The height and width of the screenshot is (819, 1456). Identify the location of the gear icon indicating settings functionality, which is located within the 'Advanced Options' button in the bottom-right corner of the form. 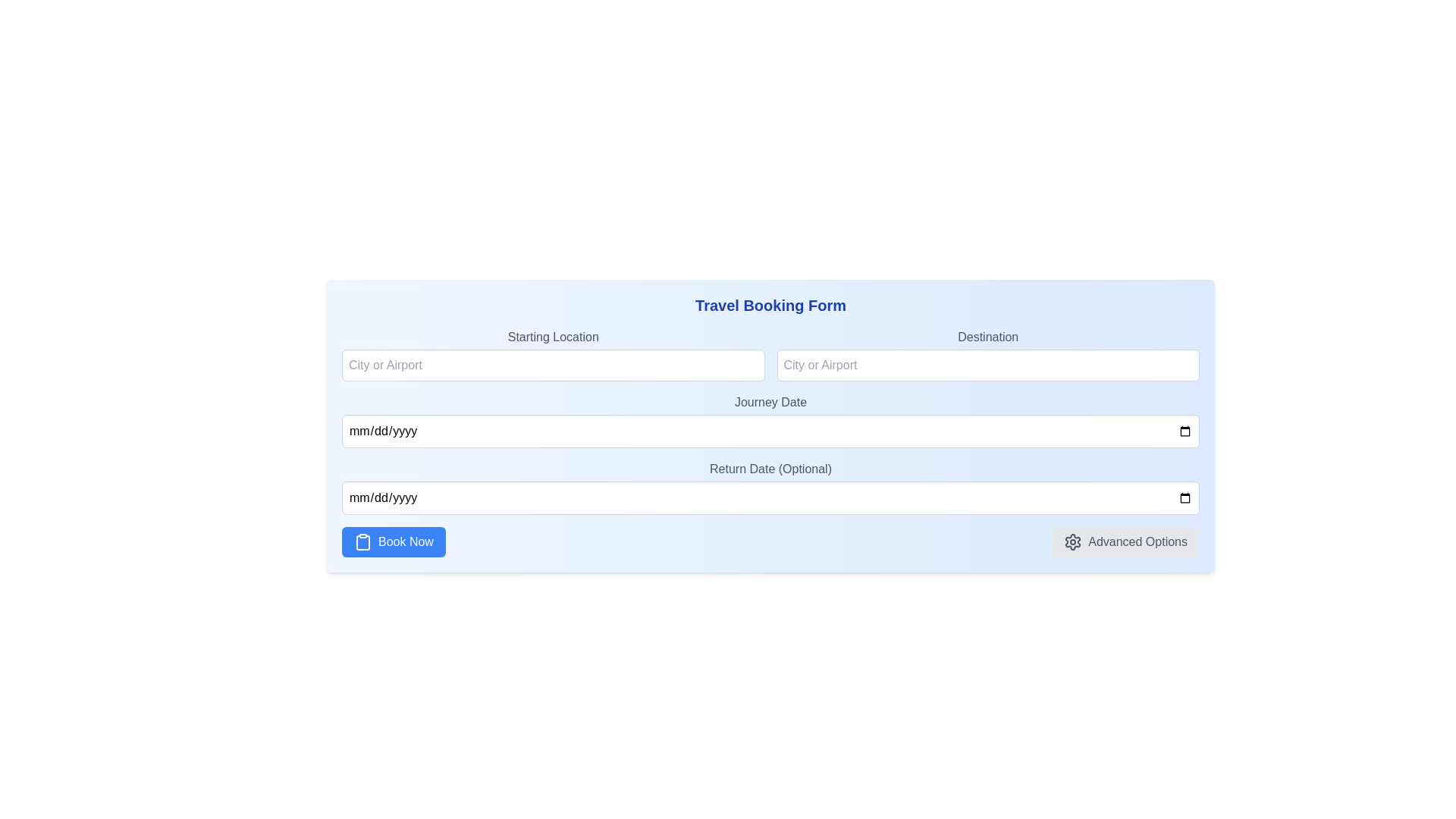
(1072, 541).